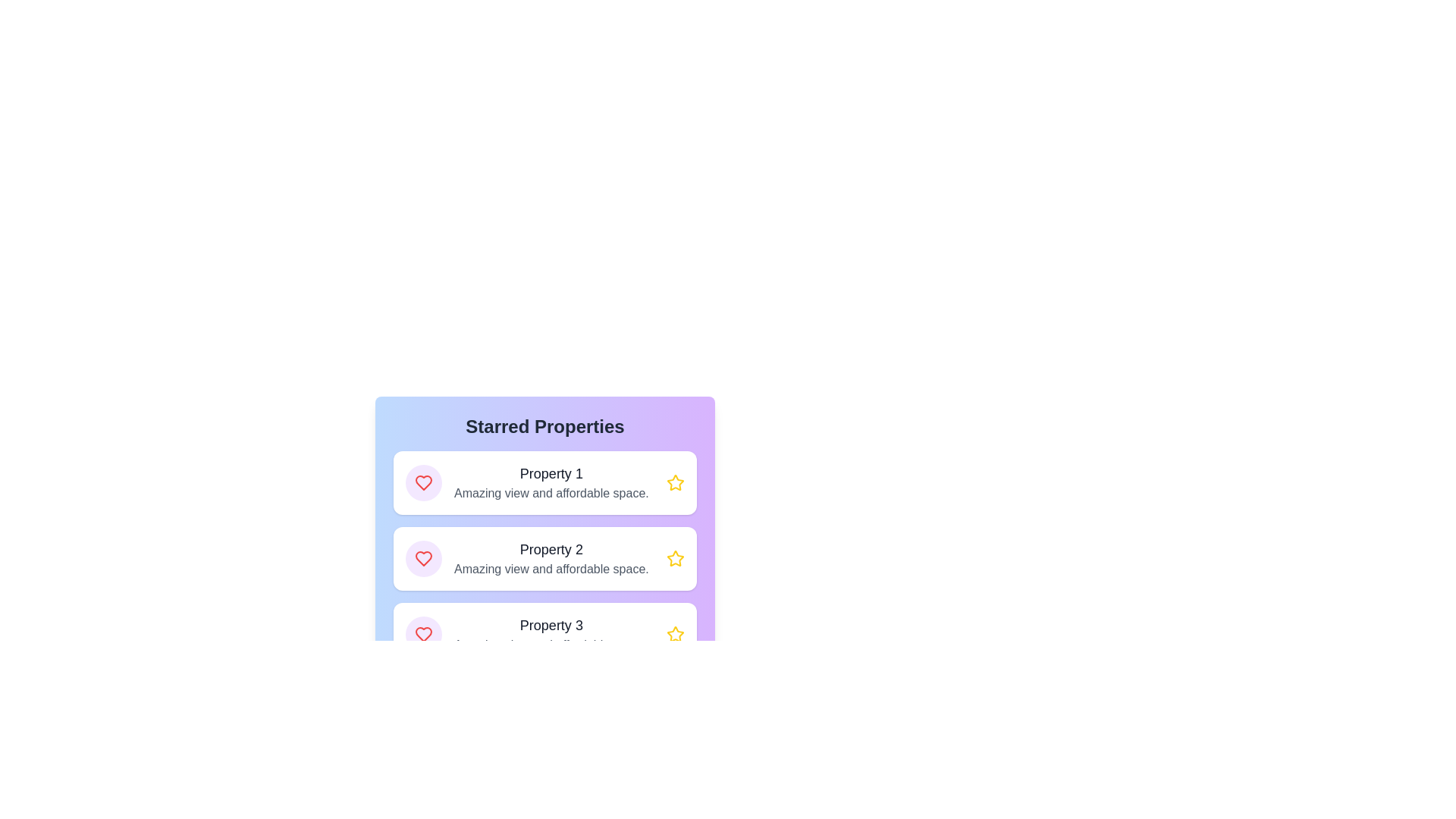  What do you see at coordinates (551, 635) in the screenshot?
I see `text displayed in the Information Display card labeled 'Property 3', which includes 'Amazing view and affordable space.'` at bounding box center [551, 635].